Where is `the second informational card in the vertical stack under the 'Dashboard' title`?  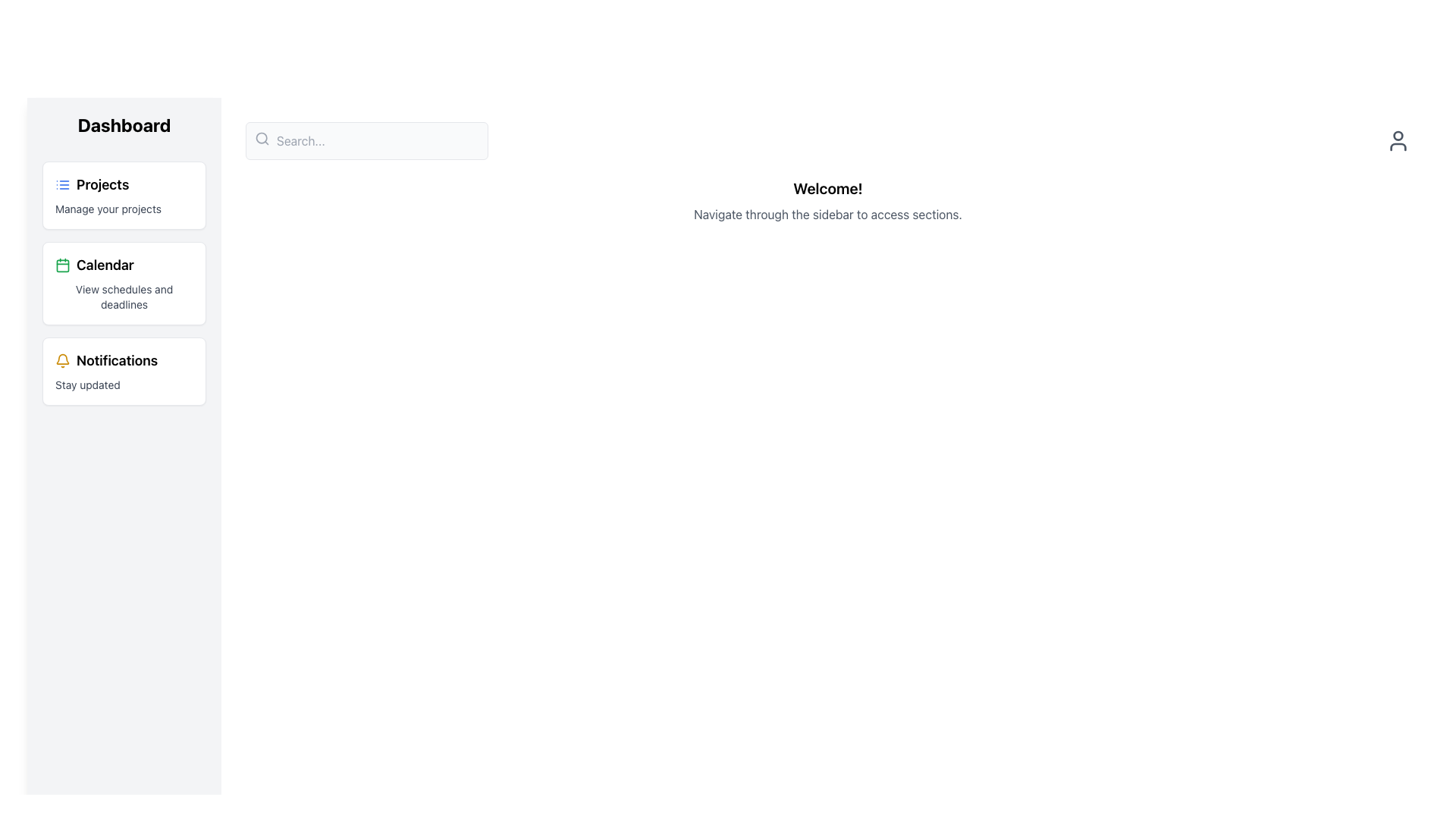 the second informational card in the vertical stack under the 'Dashboard' title is located at coordinates (124, 284).